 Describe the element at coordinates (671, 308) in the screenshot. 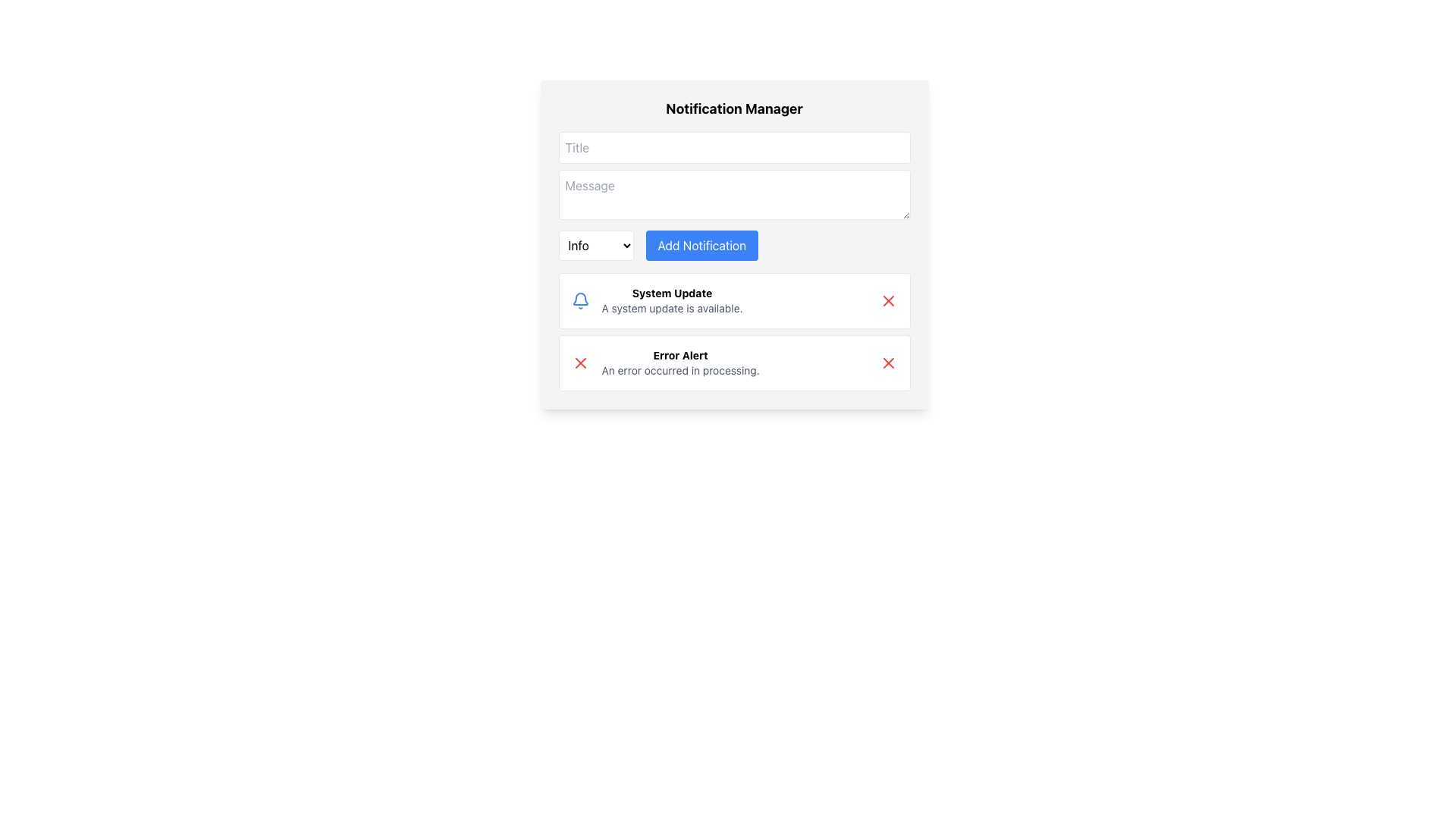

I see `text snippet that says 'A system update is available.' located below the bold title 'System Update' within a notification card` at that location.